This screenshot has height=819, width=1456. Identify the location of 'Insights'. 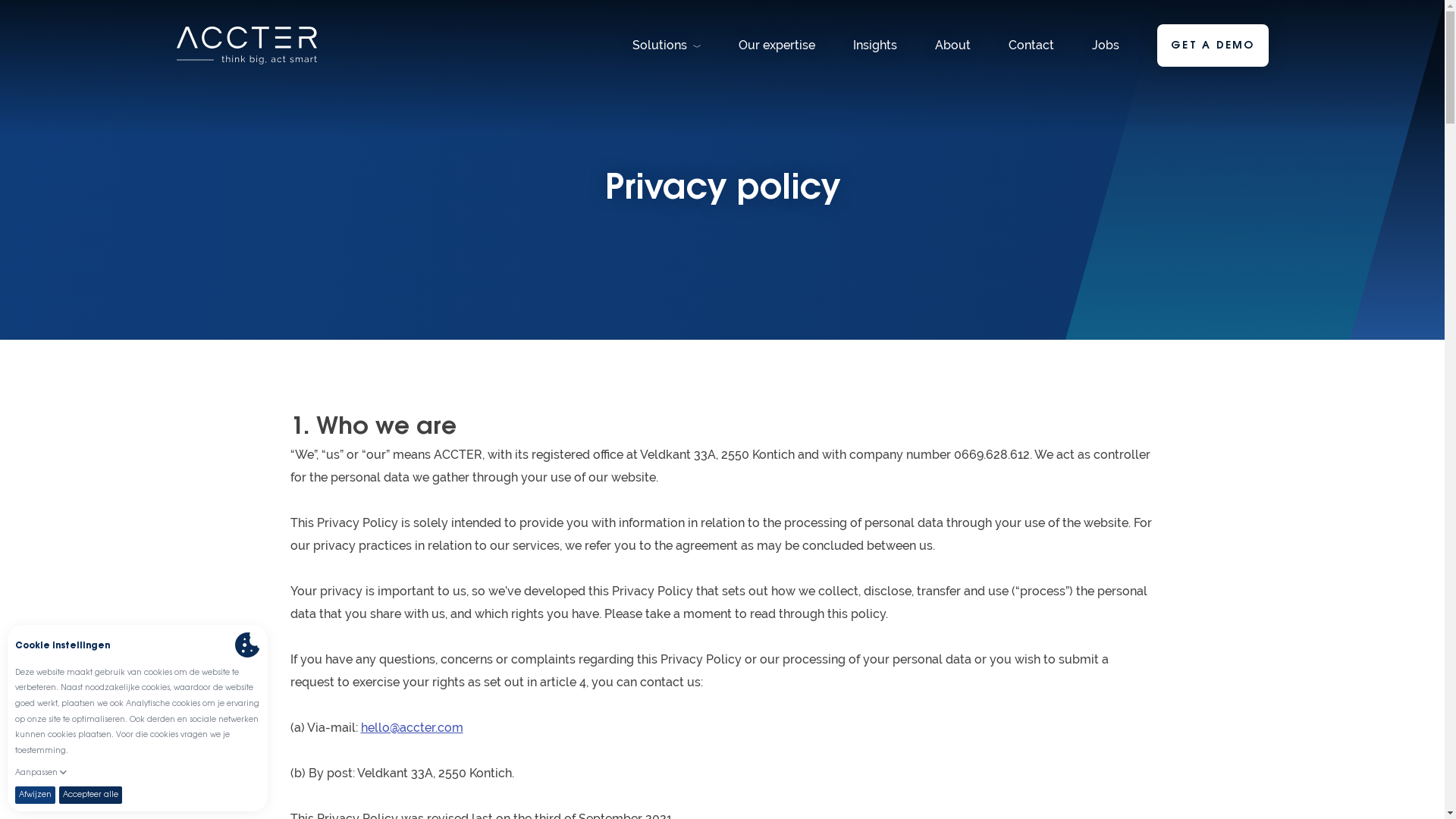
(852, 45).